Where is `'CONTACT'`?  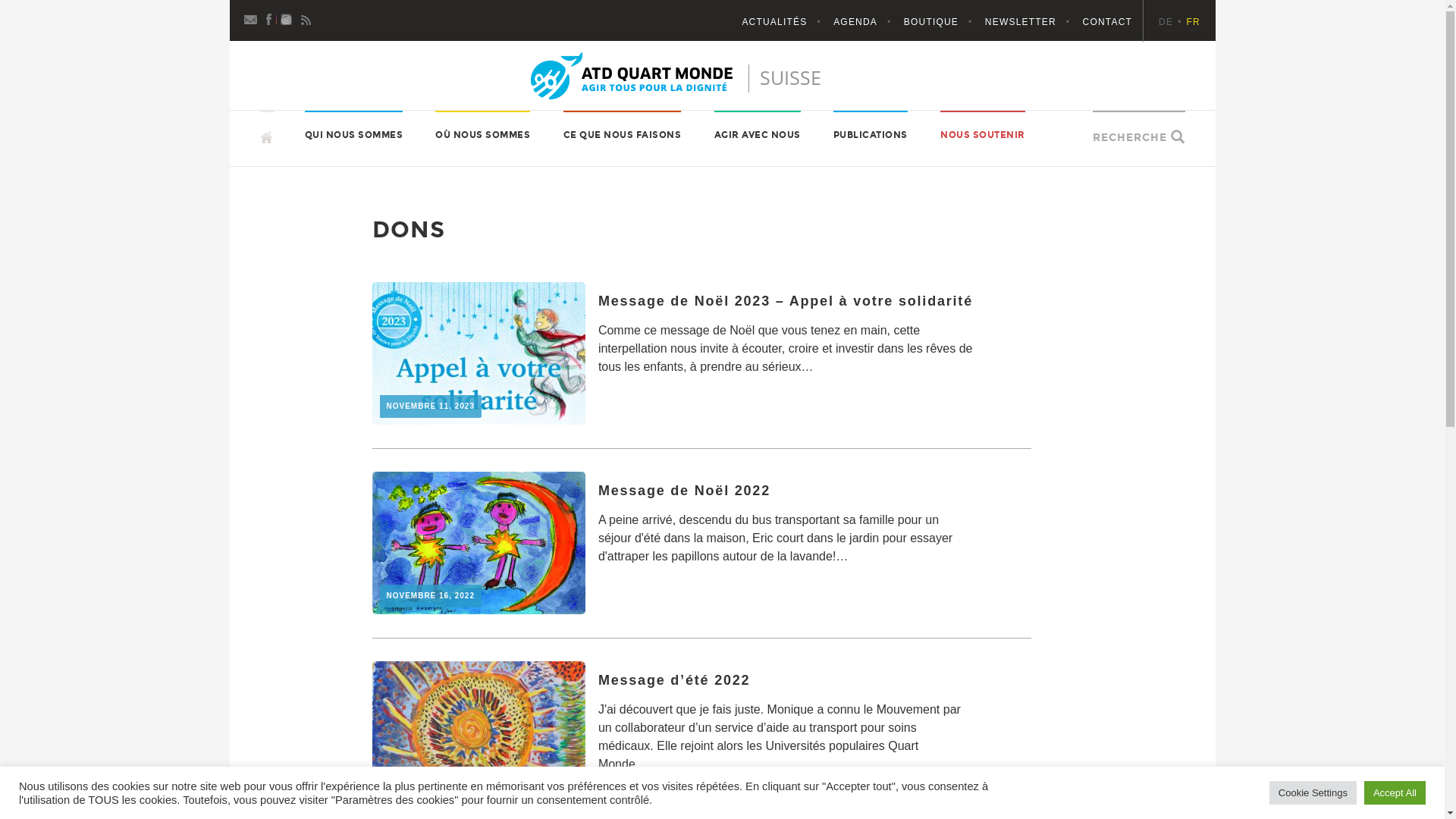
'CONTACT' is located at coordinates (1107, 22).